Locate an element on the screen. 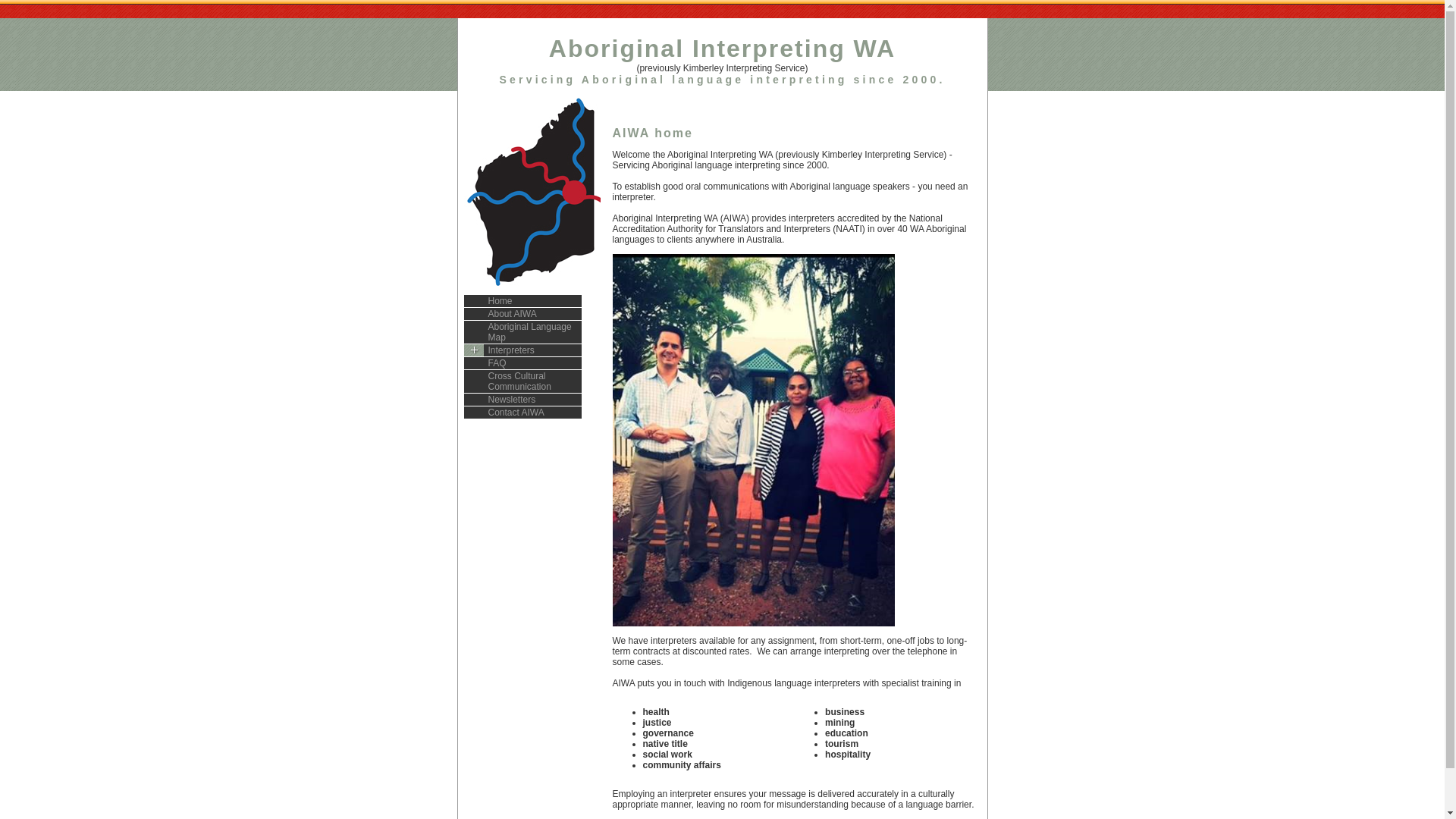 This screenshot has width=1456, height=819. 'Contact AIWA' is located at coordinates (522, 413).